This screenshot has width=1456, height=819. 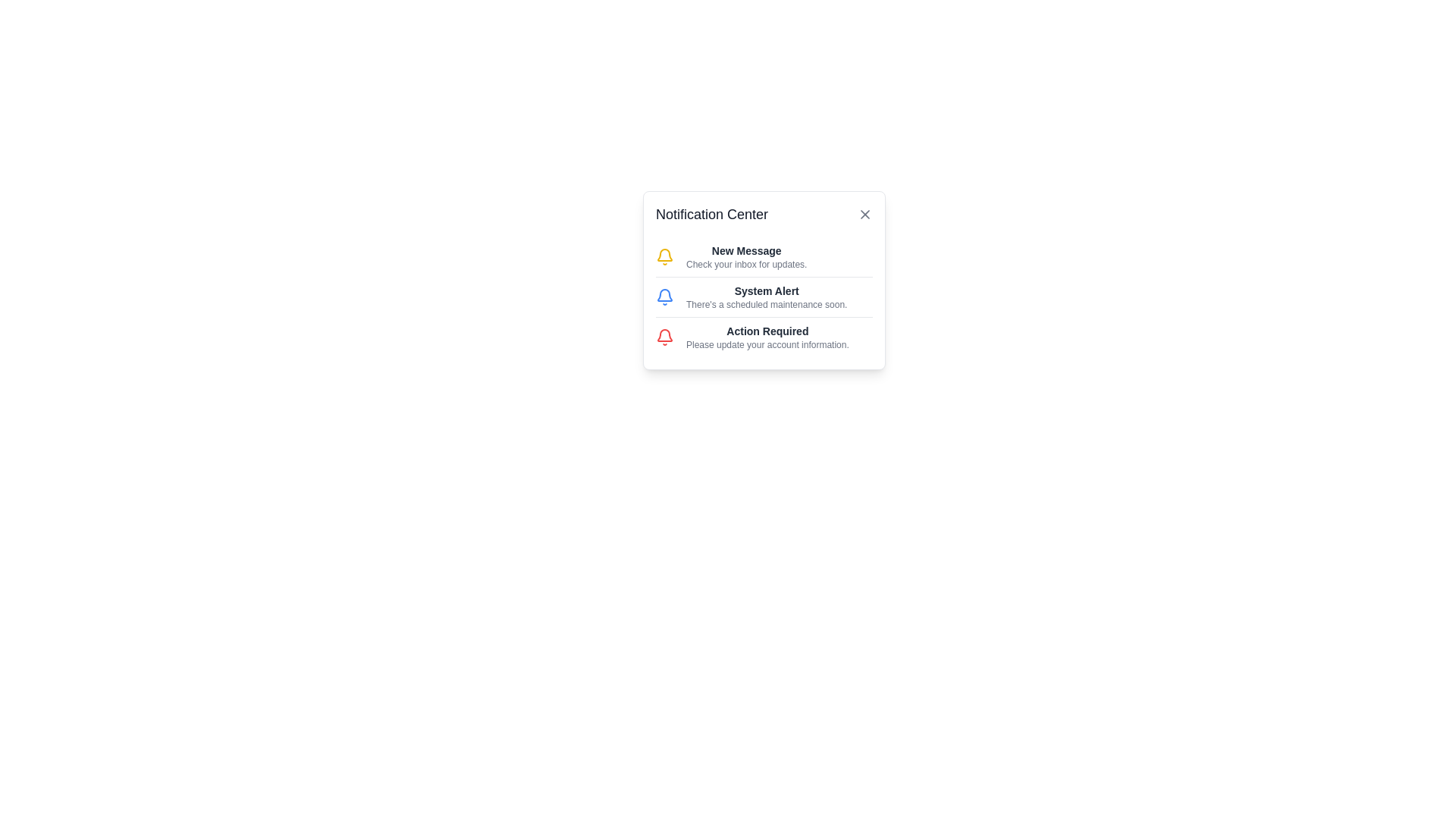 What do you see at coordinates (665, 336) in the screenshot?
I see `the alert icon indicating 'Action Required', which is positioned to the left of the text 'Action Required'` at bounding box center [665, 336].